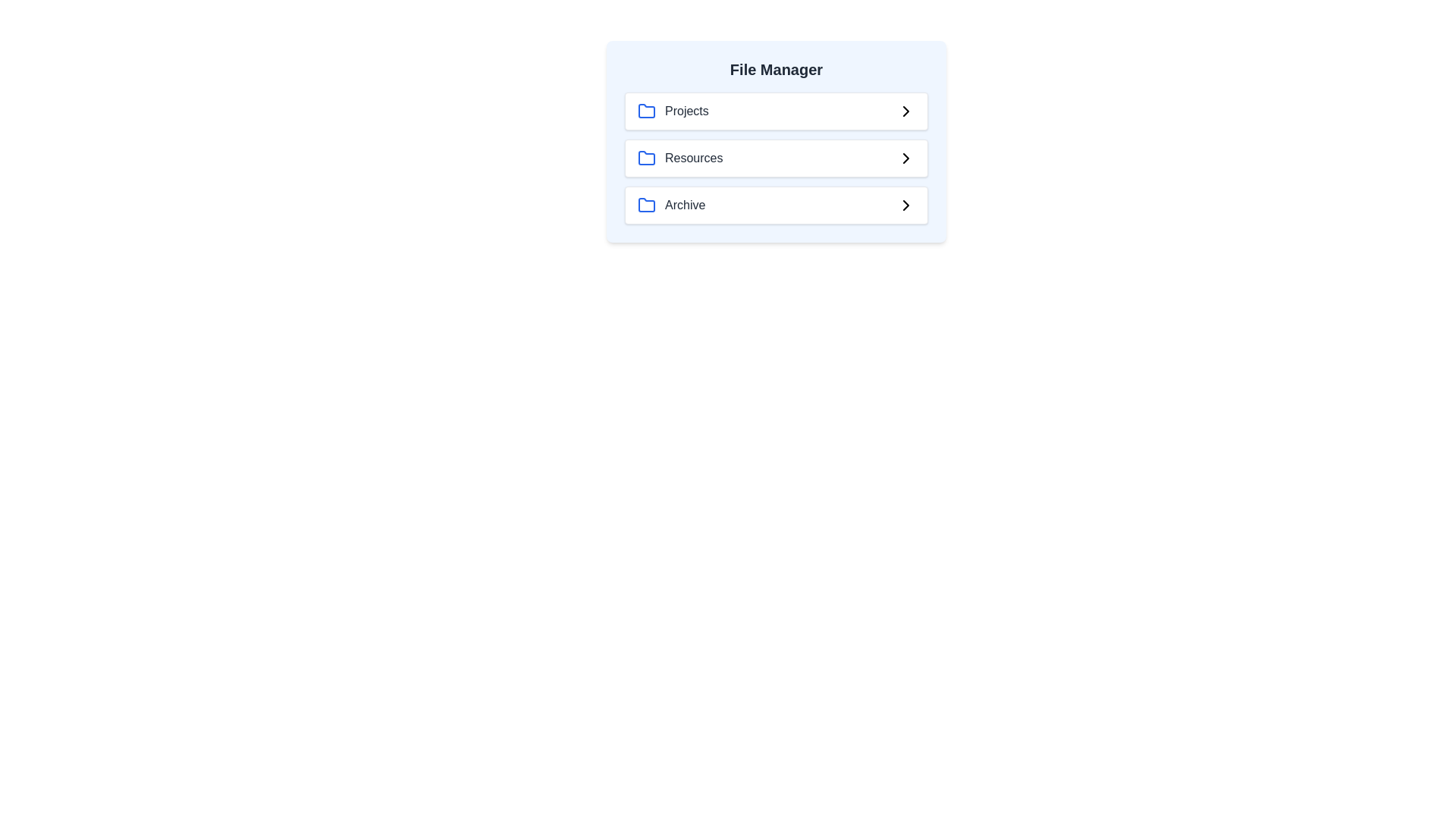 The width and height of the screenshot is (1456, 819). I want to click on the right-facing chevron arrow icon in the 'File Manager' interface, so click(906, 205).